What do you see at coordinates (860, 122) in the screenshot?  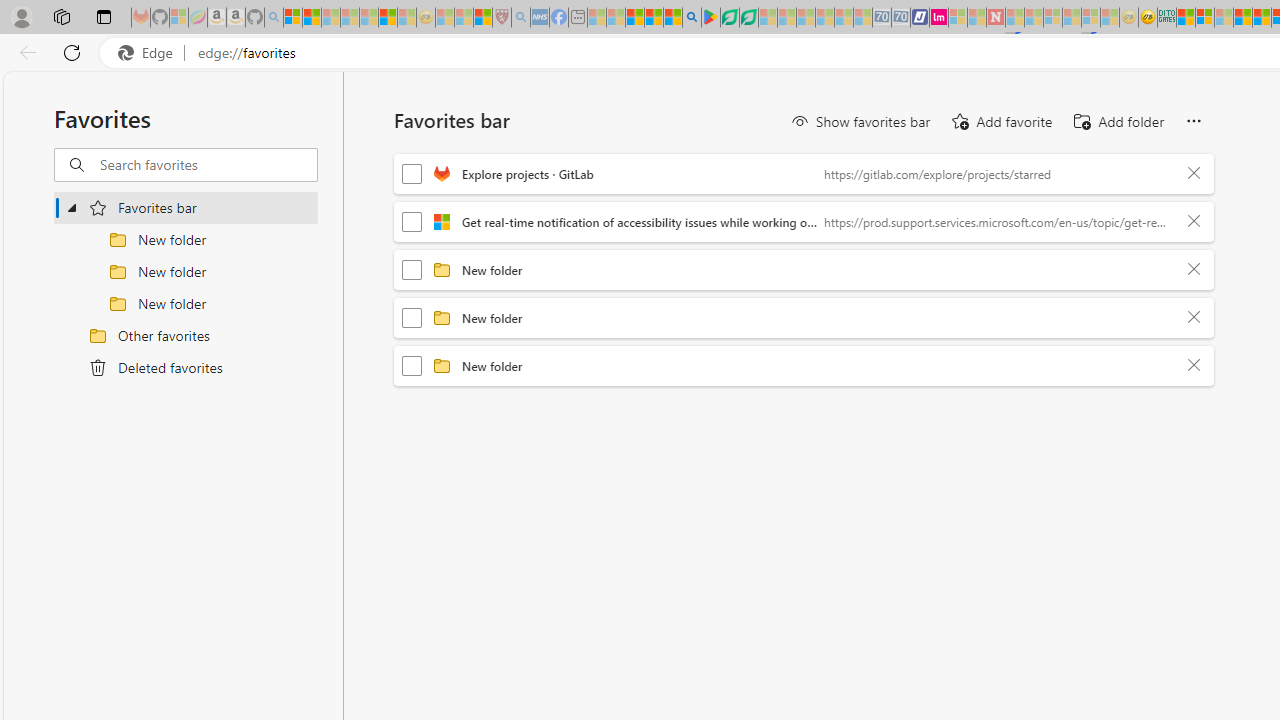 I see `'Show favorites bar'` at bounding box center [860, 122].